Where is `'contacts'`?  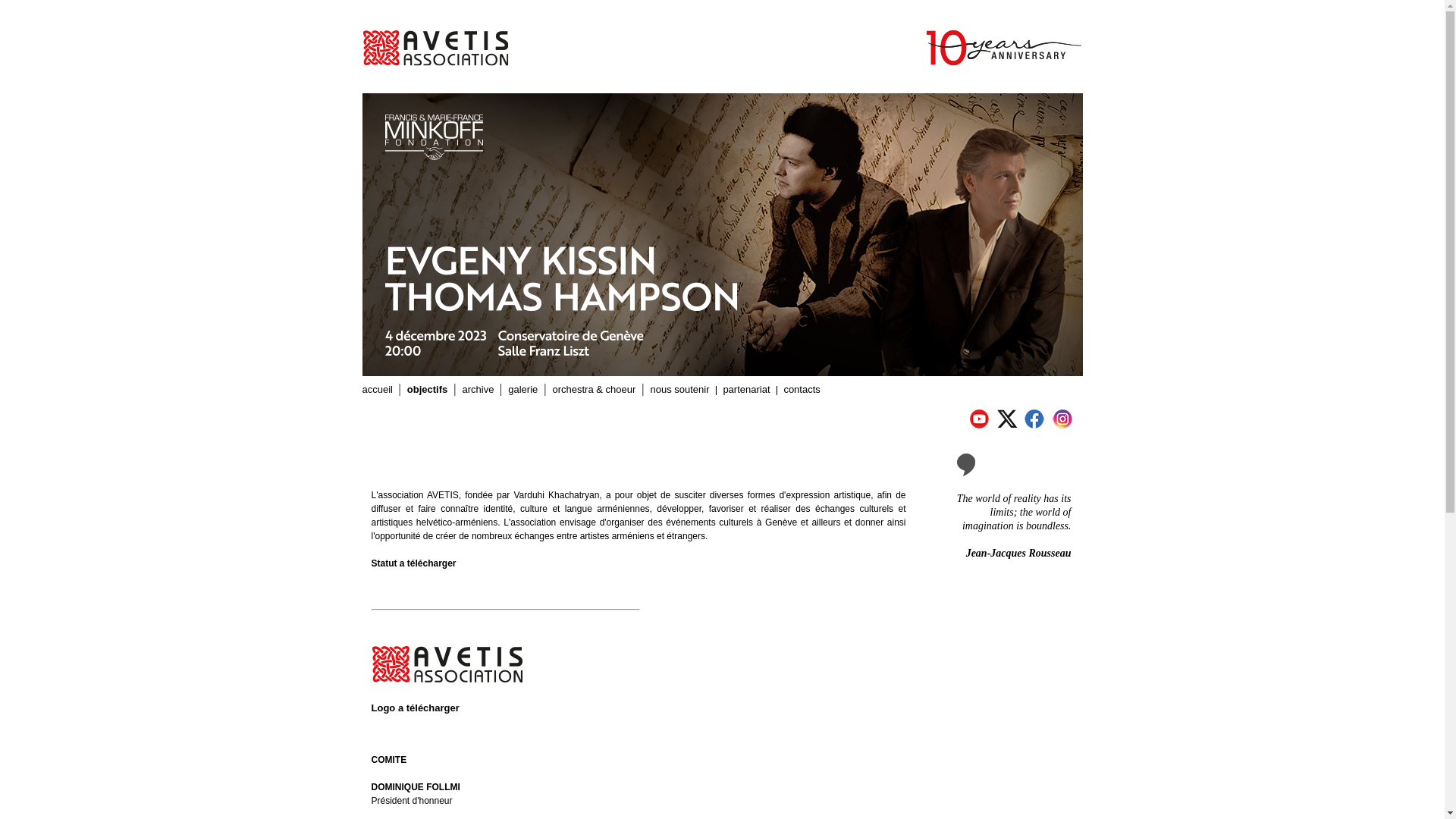 'contacts' is located at coordinates (800, 388).